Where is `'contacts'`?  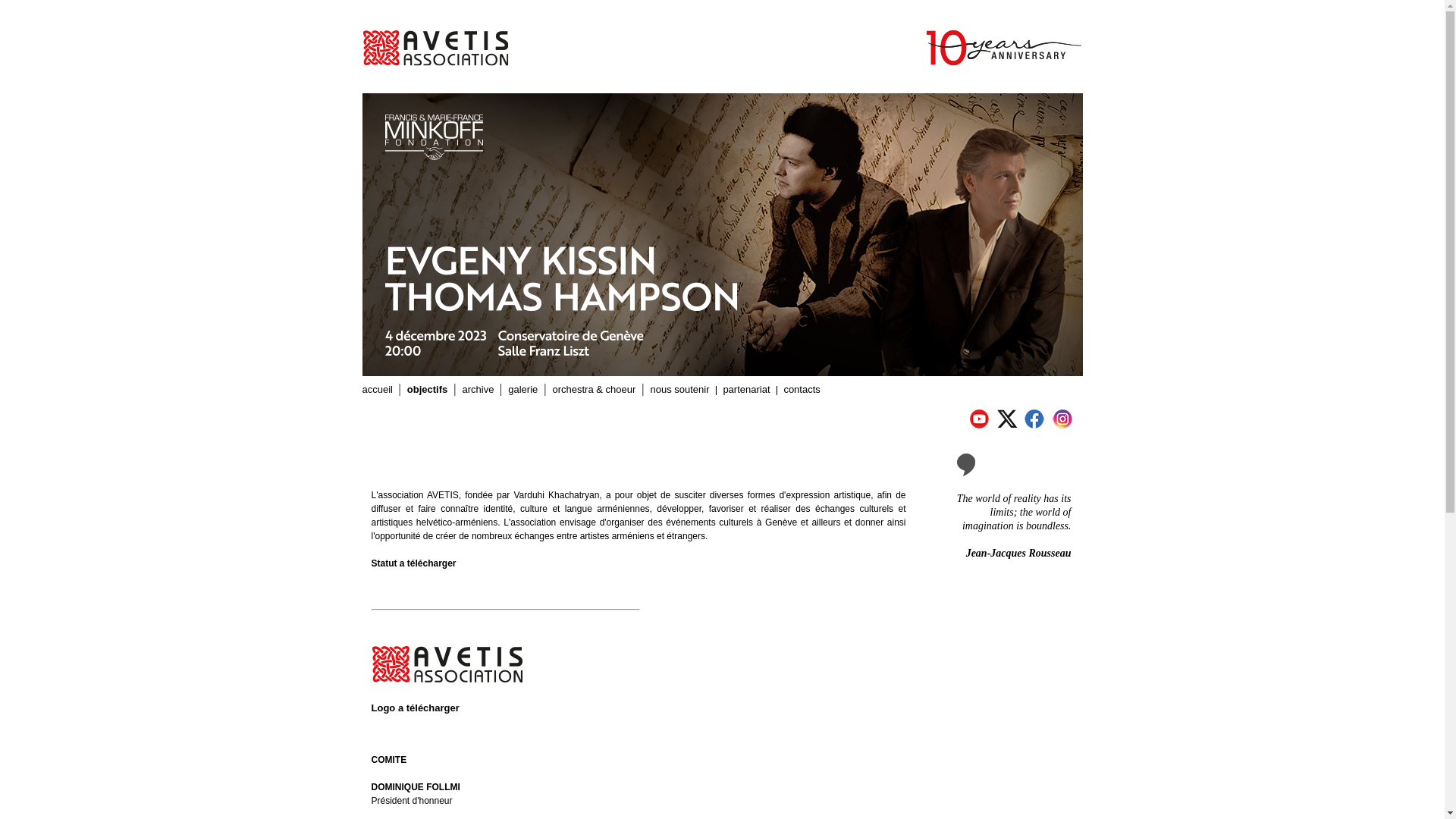 'contacts' is located at coordinates (800, 388).